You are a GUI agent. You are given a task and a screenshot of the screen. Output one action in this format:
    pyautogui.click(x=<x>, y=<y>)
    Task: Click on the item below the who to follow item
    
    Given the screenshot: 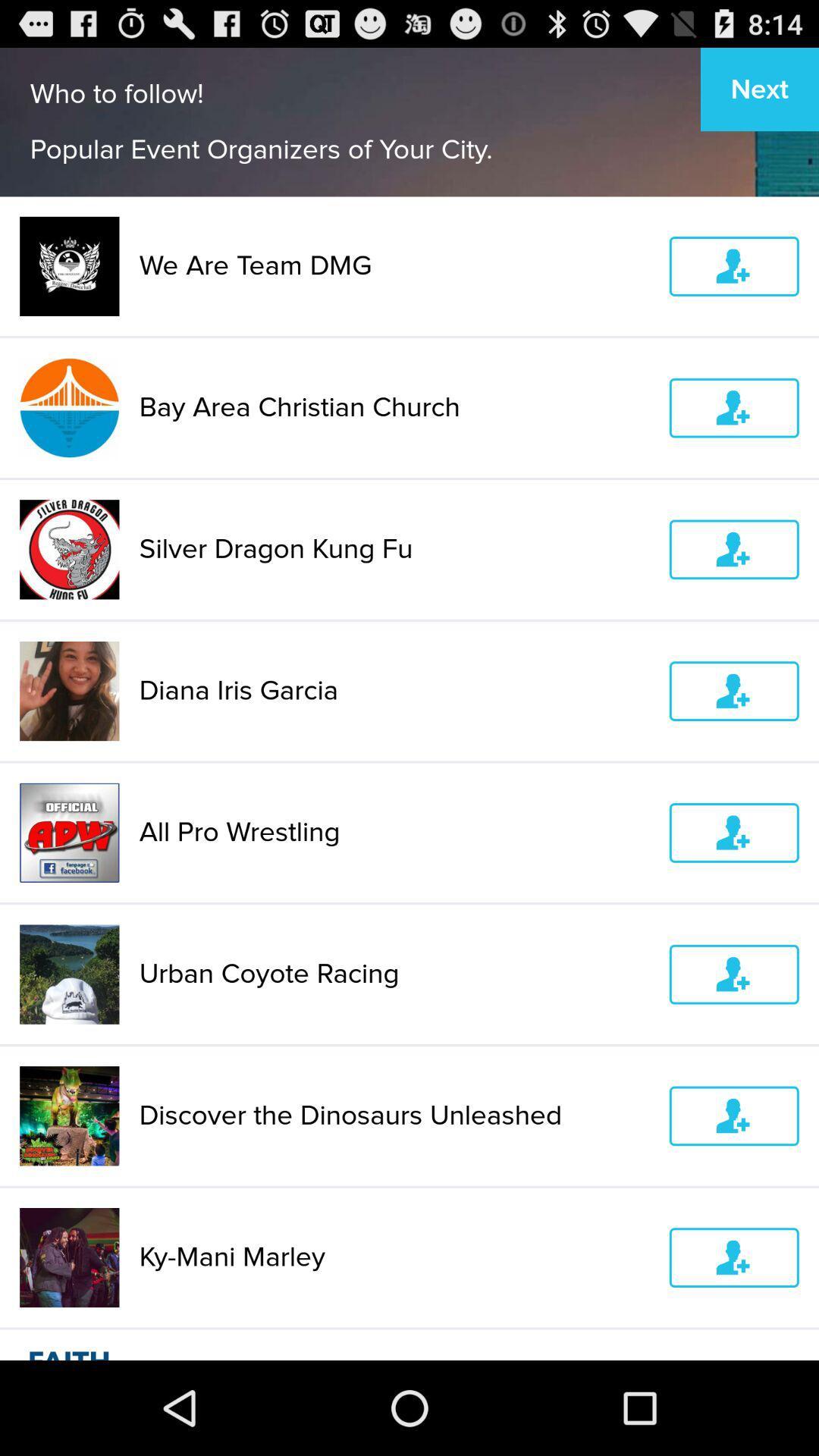 What is the action you would take?
    pyautogui.click(x=394, y=265)
    